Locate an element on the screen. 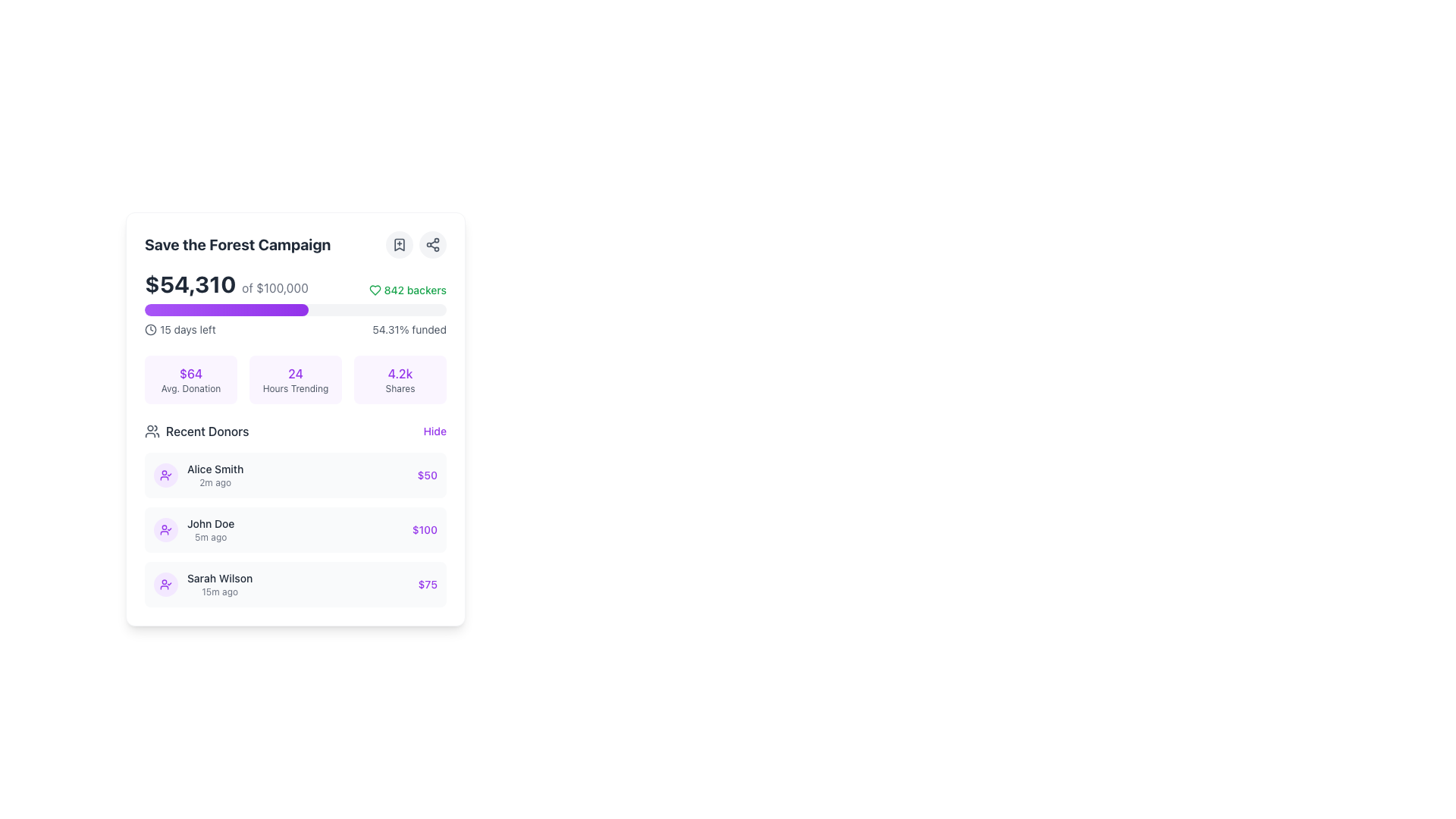  and read the donation value text associated with the donor 'Sarah Wilson' located is located at coordinates (427, 584).